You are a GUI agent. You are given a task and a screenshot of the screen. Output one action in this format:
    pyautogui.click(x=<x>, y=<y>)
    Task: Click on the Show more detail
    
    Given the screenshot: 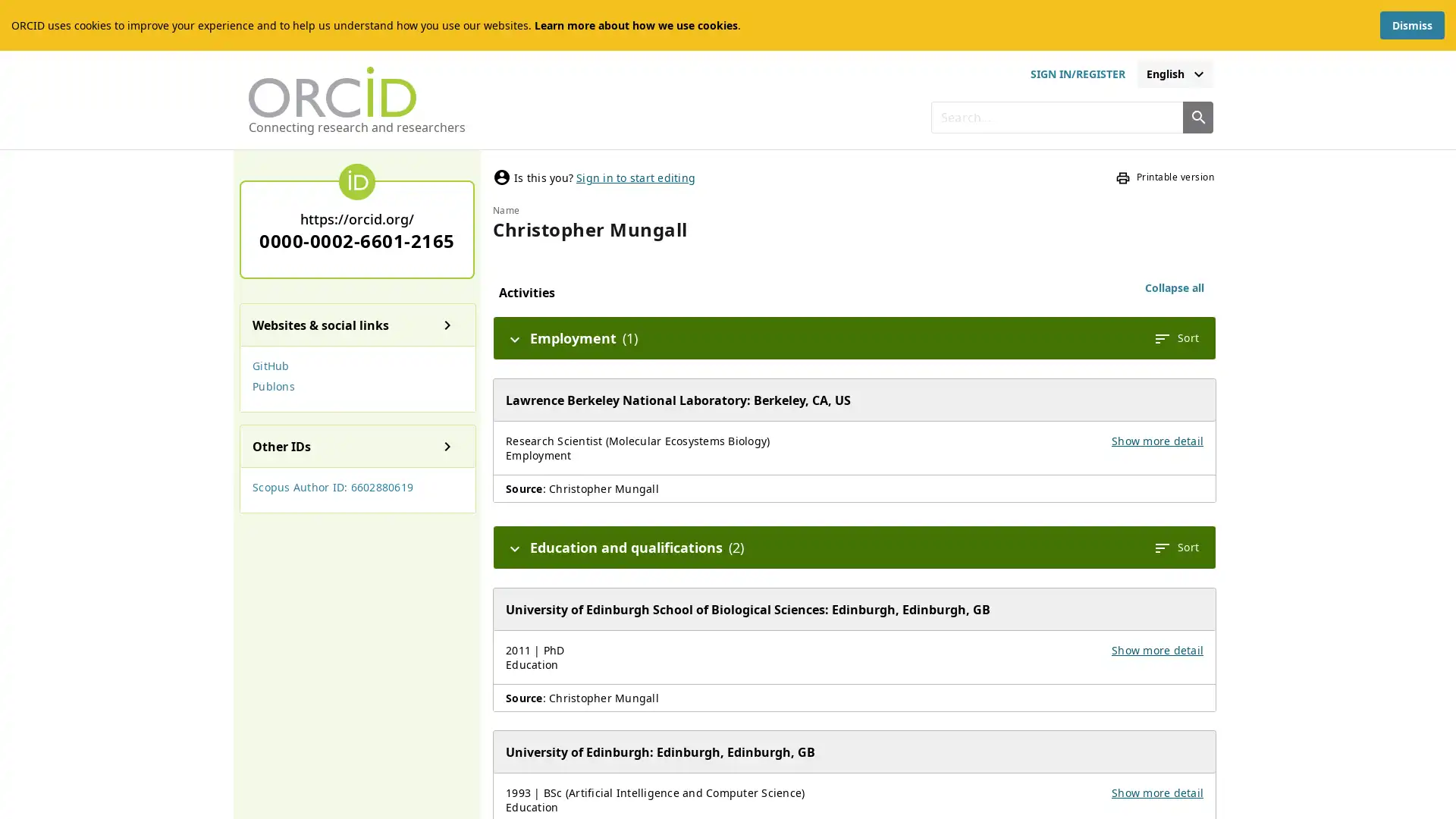 What is the action you would take?
    pyautogui.click(x=1156, y=792)
    